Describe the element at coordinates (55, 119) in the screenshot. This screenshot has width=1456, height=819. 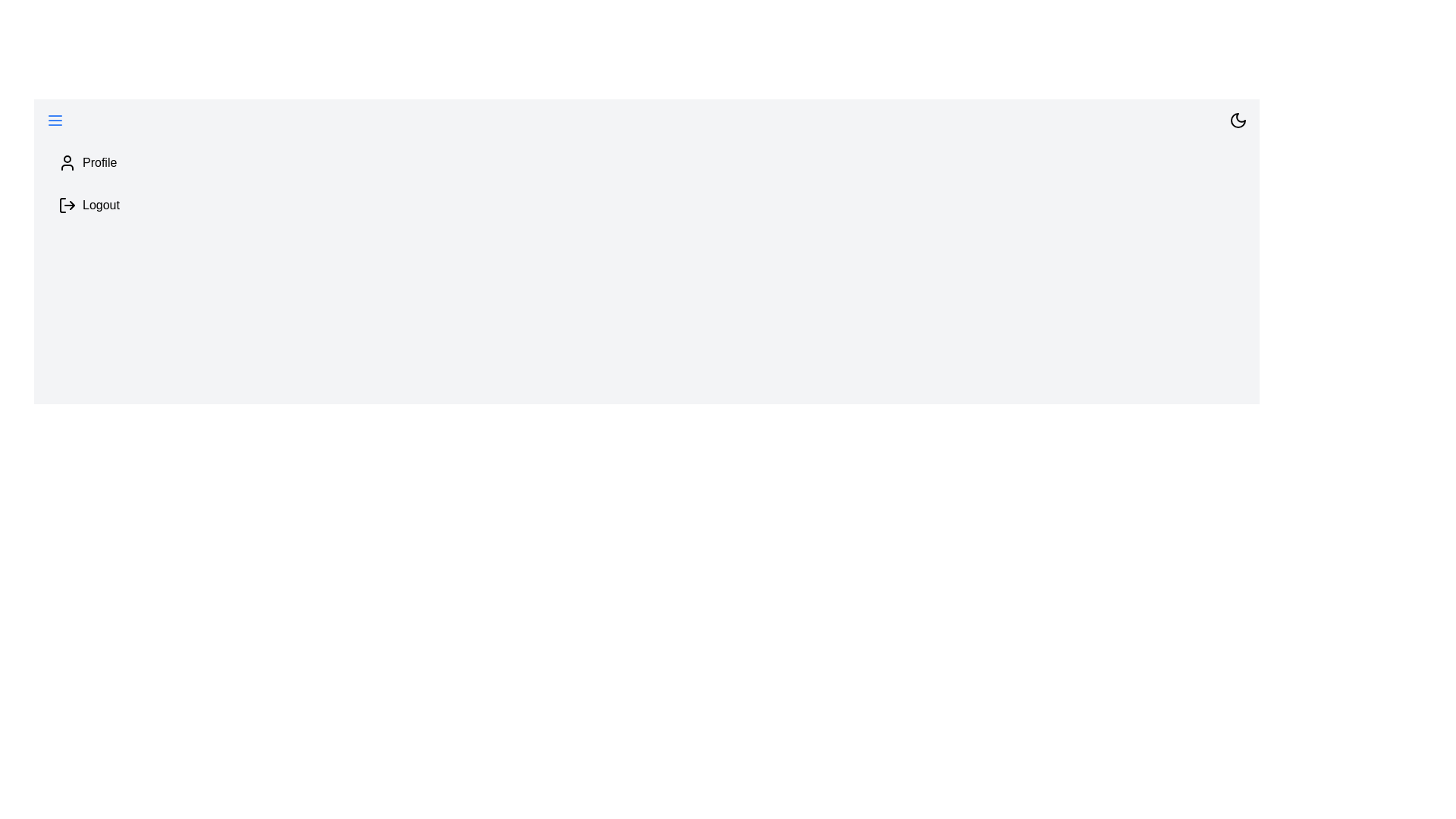
I see `the blue hamburger menu icon consisting of three parallel horizontal lines` at that location.